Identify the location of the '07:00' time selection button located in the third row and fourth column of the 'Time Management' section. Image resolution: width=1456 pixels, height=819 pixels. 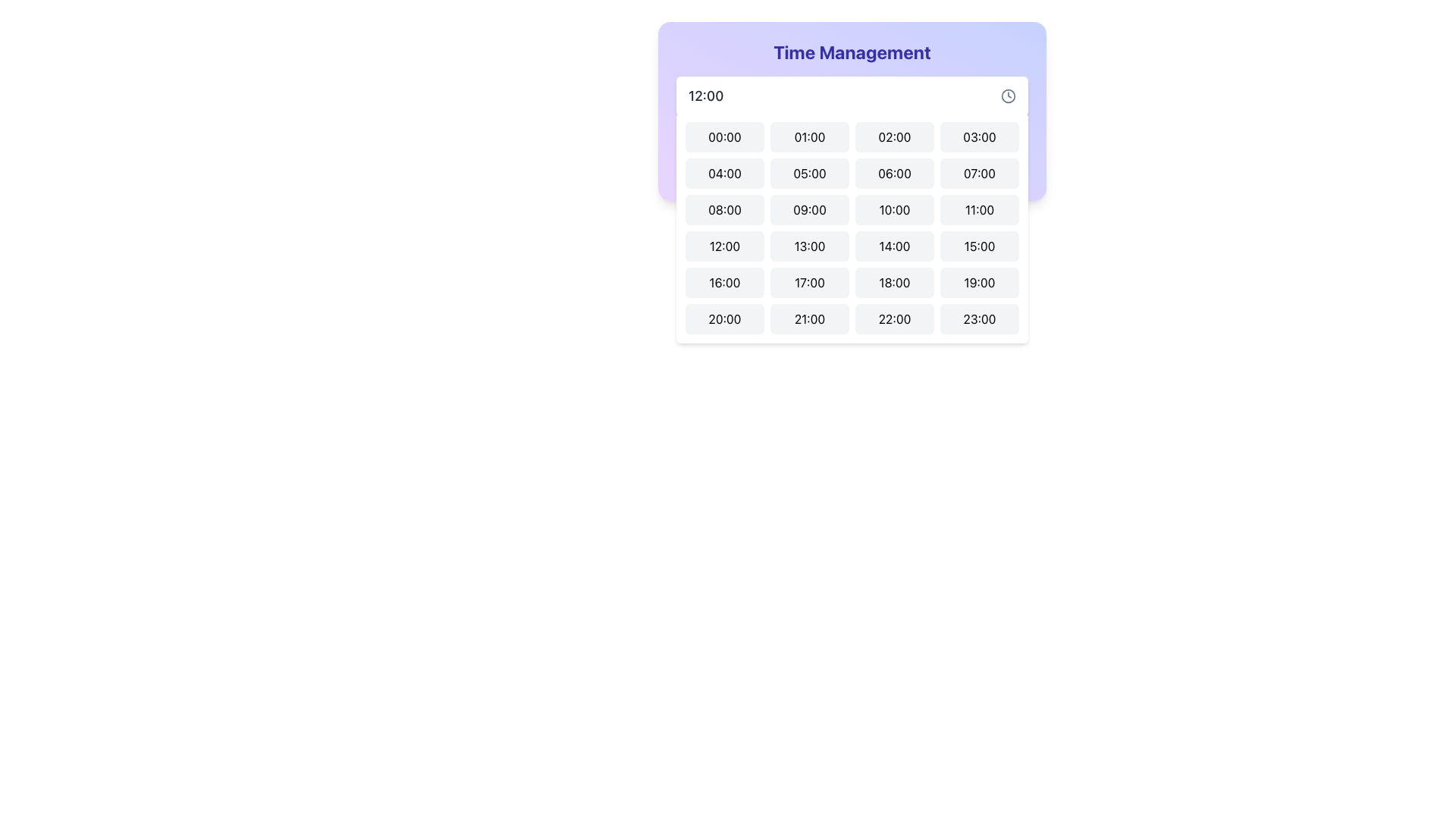
(979, 172).